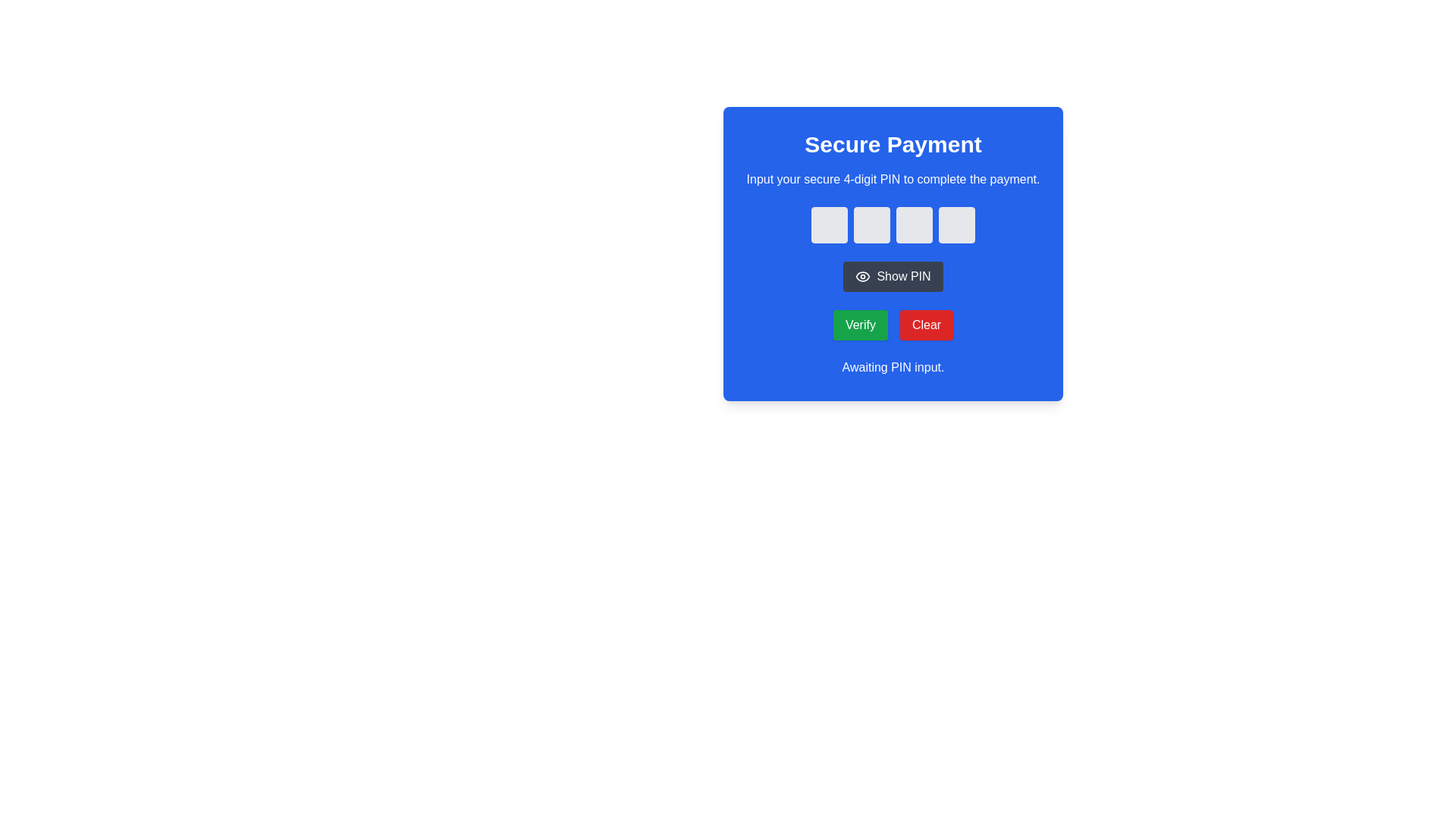 The image size is (1456, 819). I want to click on the 'Show PIN' button with an eye icon, so click(893, 248).